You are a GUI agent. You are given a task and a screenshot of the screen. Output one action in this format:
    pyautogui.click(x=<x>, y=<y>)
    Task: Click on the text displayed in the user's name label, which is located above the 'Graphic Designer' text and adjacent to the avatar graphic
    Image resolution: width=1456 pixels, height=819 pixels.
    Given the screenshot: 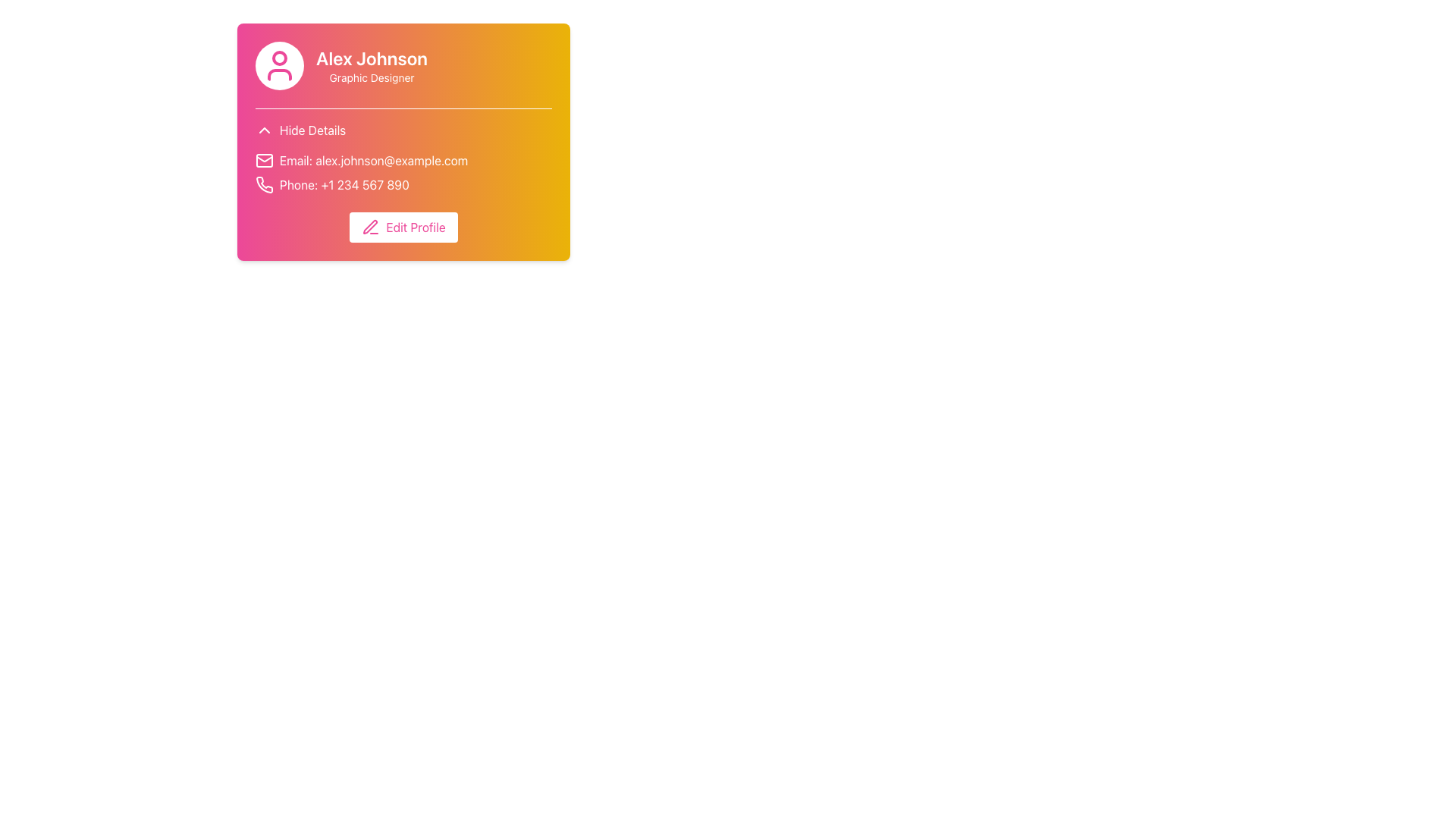 What is the action you would take?
    pyautogui.click(x=372, y=58)
    